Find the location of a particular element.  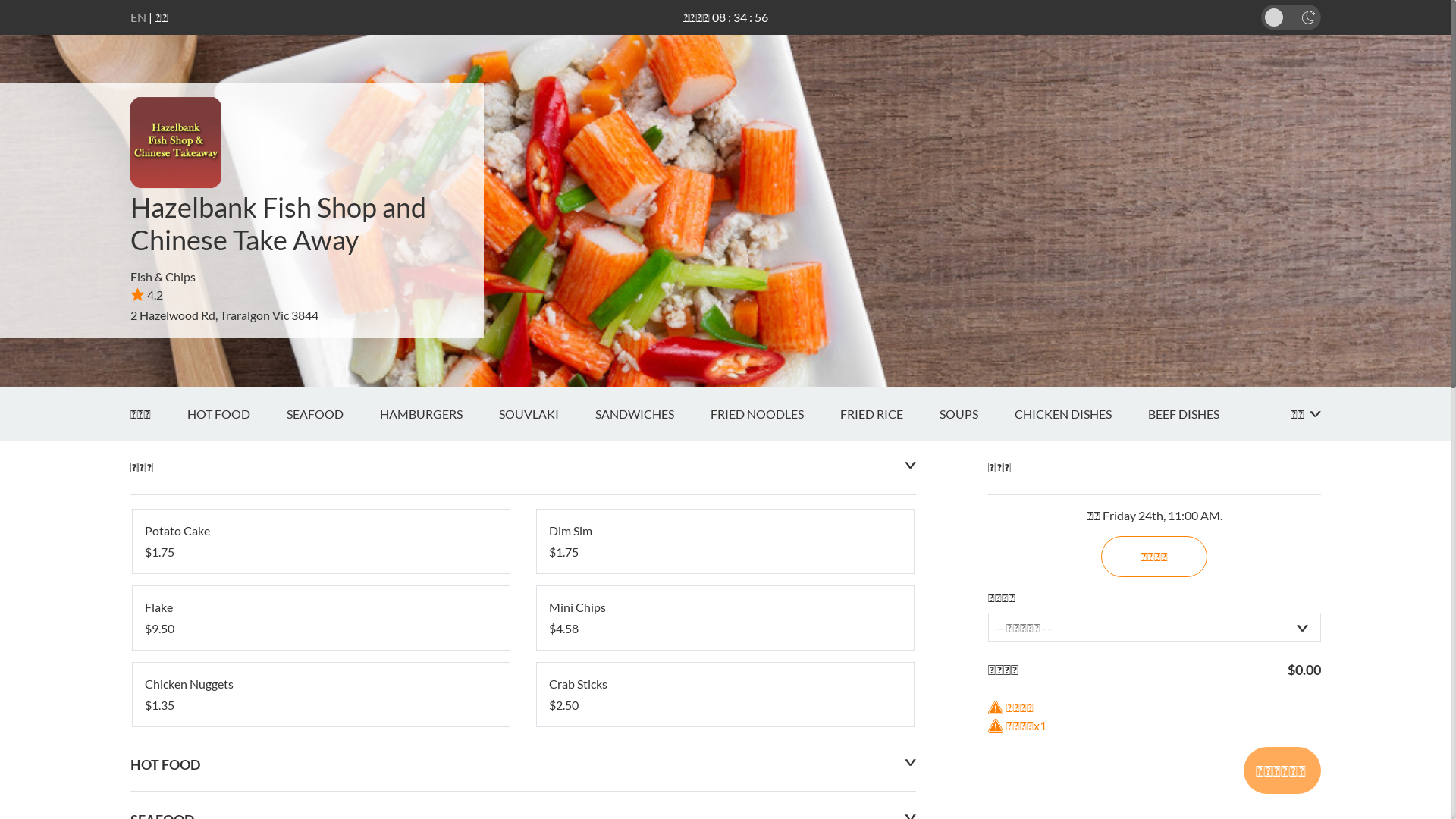

'Hazelbank Fish Shop and Chinese Take Away' is located at coordinates (278, 223).